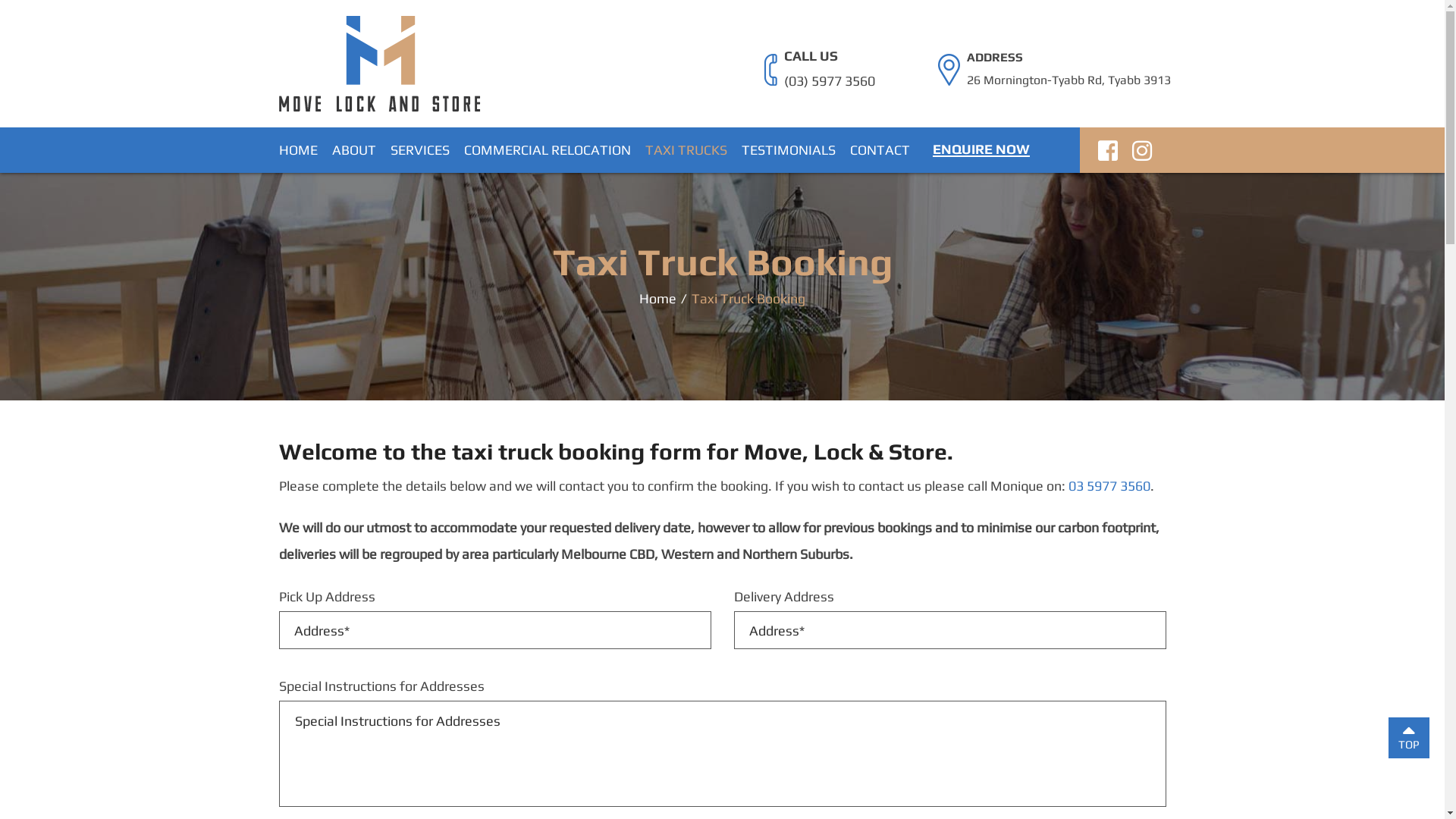 Image resolution: width=1456 pixels, height=819 pixels. Describe the element at coordinates (298, 149) in the screenshot. I see `'HOME'` at that location.